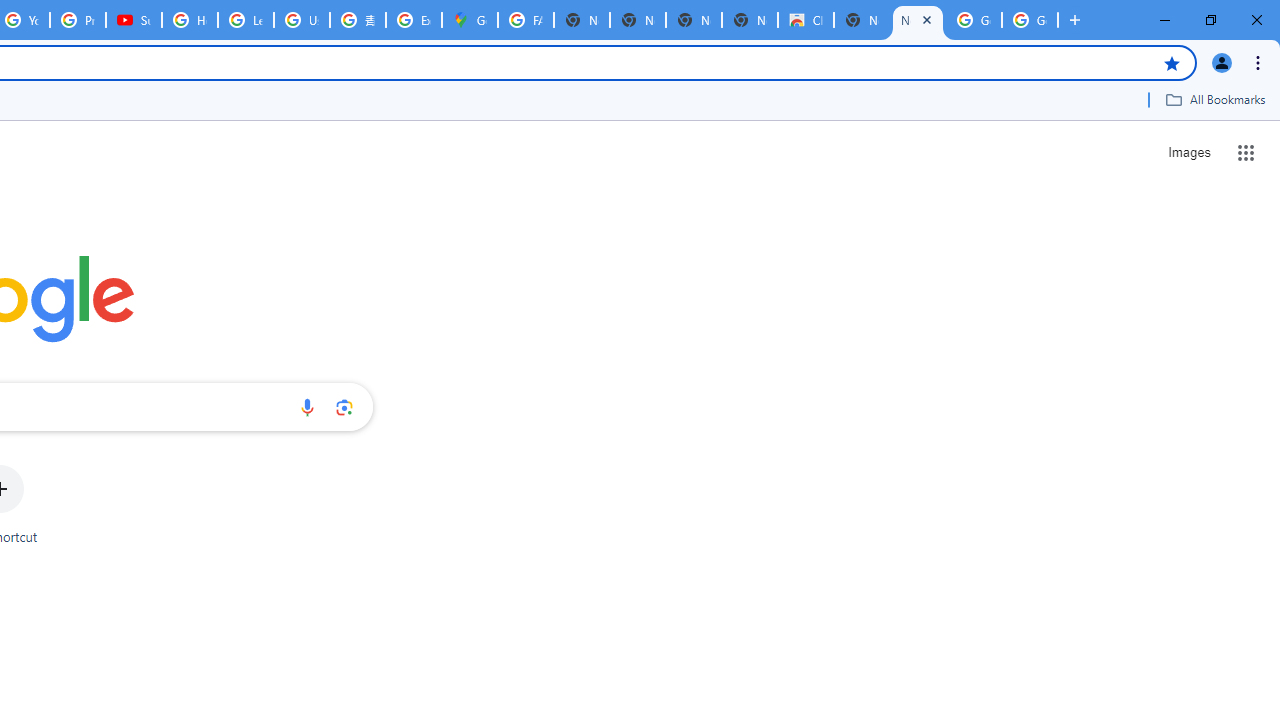 This screenshot has height=720, width=1280. Describe the element at coordinates (468, 20) in the screenshot. I see `'Google Maps'` at that location.